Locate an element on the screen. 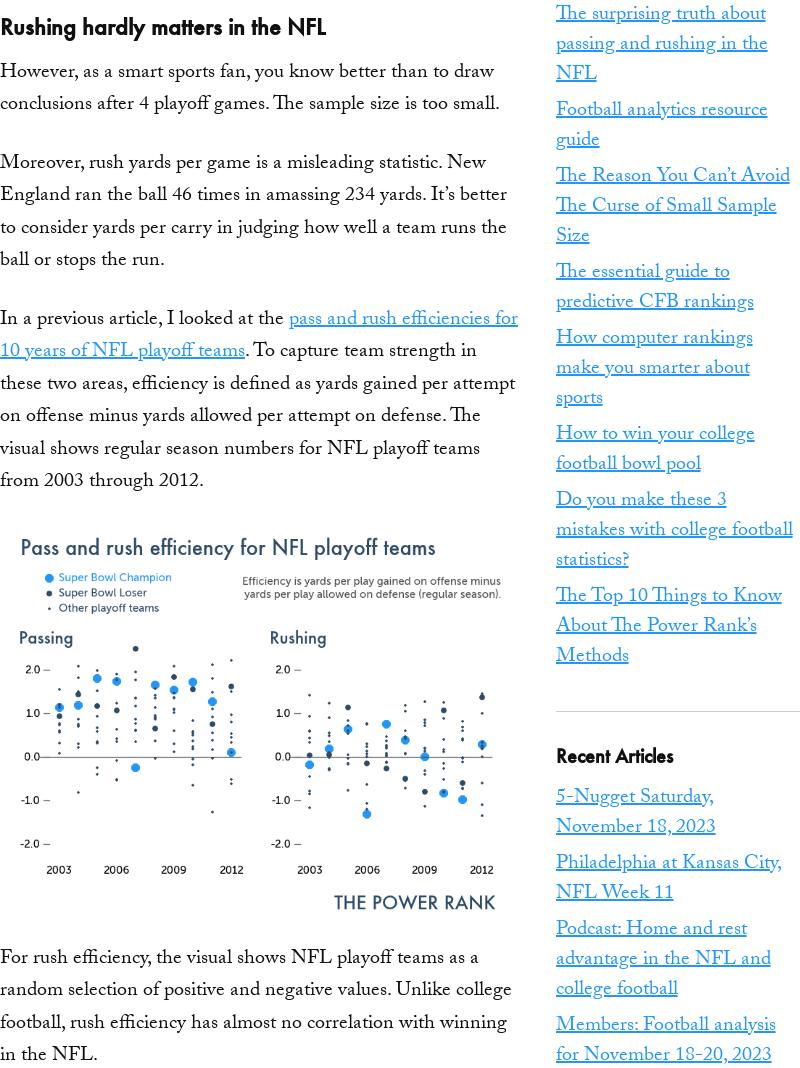  'Do you make these 3 mistakes with college football statistics?' is located at coordinates (554, 531).